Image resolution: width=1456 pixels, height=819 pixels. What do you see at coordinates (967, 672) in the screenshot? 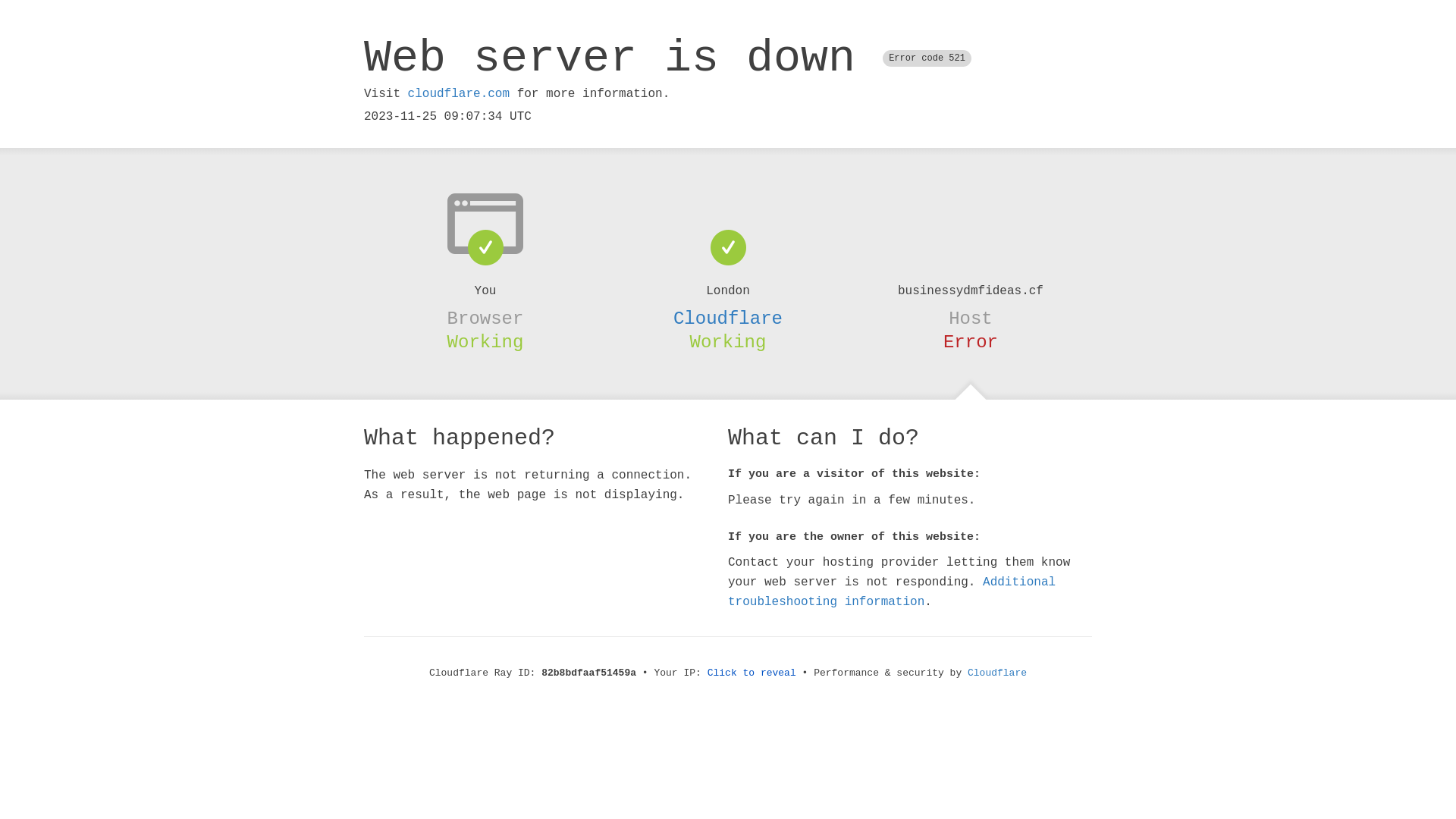
I see `'Cloudflare'` at bounding box center [967, 672].